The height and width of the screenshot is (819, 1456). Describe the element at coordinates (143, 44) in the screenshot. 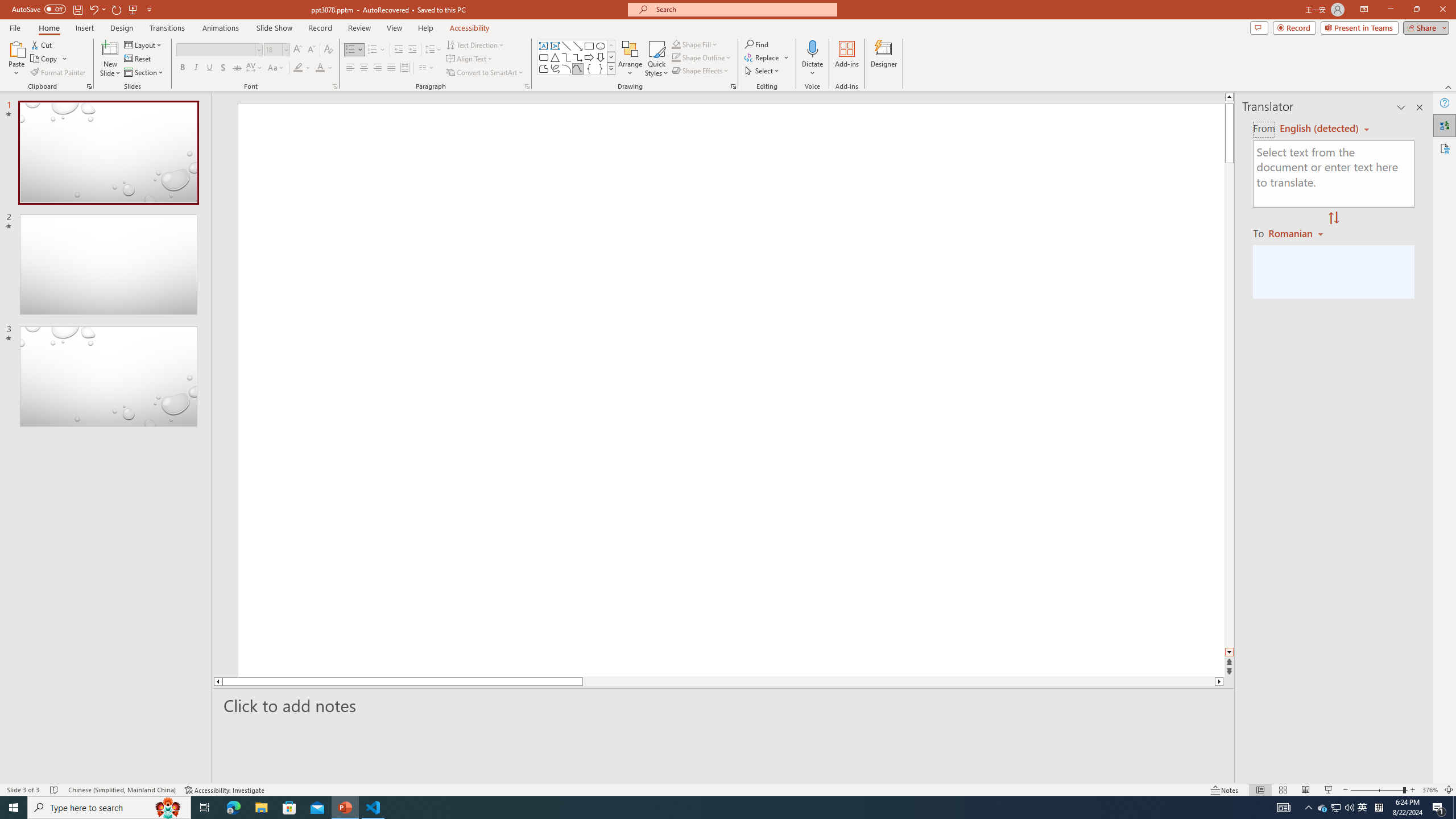

I see `'Layout'` at that location.